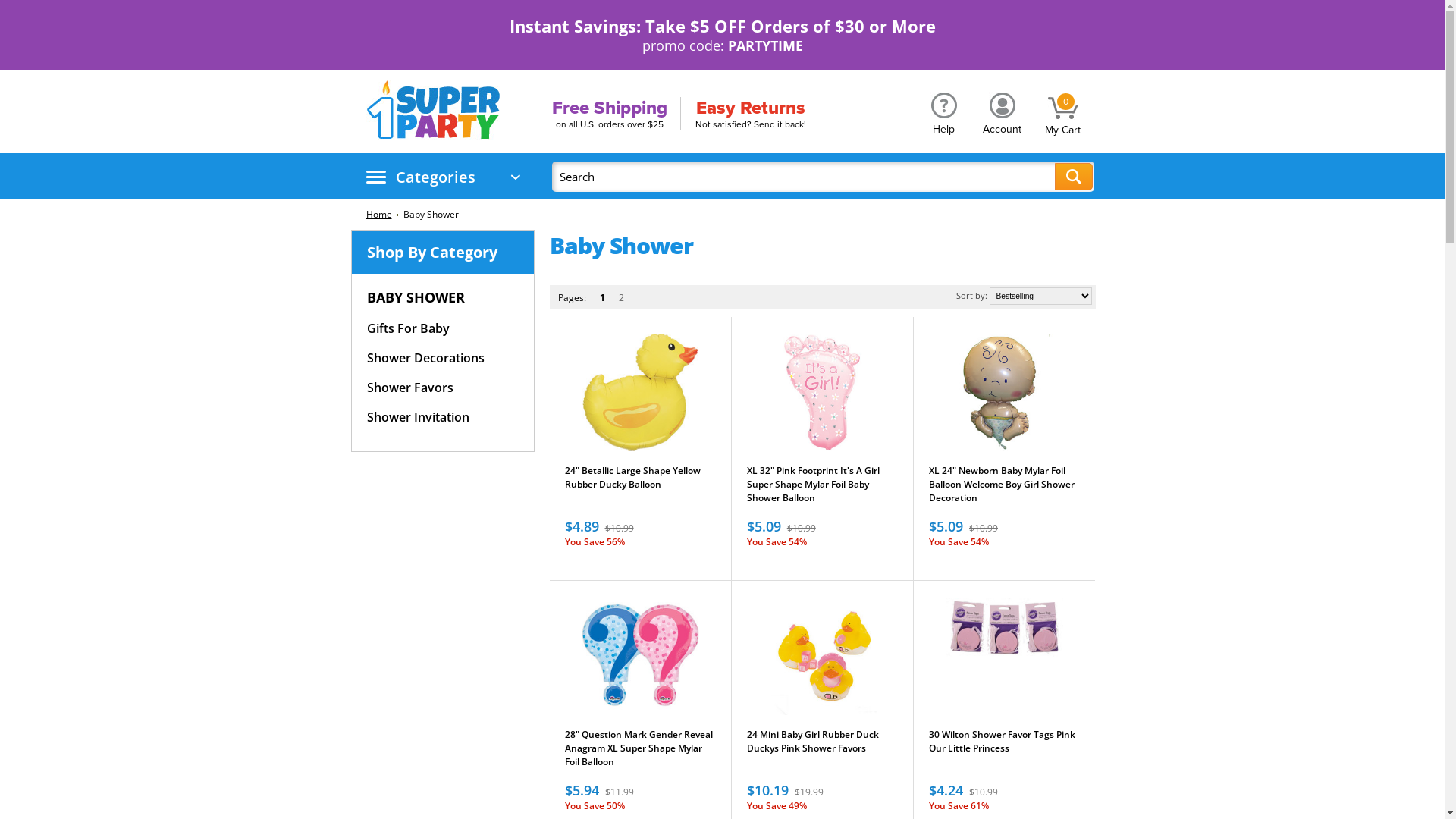 This screenshot has width=1456, height=819. What do you see at coordinates (746, 748) in the screenshot?
I see `'24 Mini Baby Girl Rubber Duck Duckys Pink Shower Favors'` at bounding box center [746, 748].